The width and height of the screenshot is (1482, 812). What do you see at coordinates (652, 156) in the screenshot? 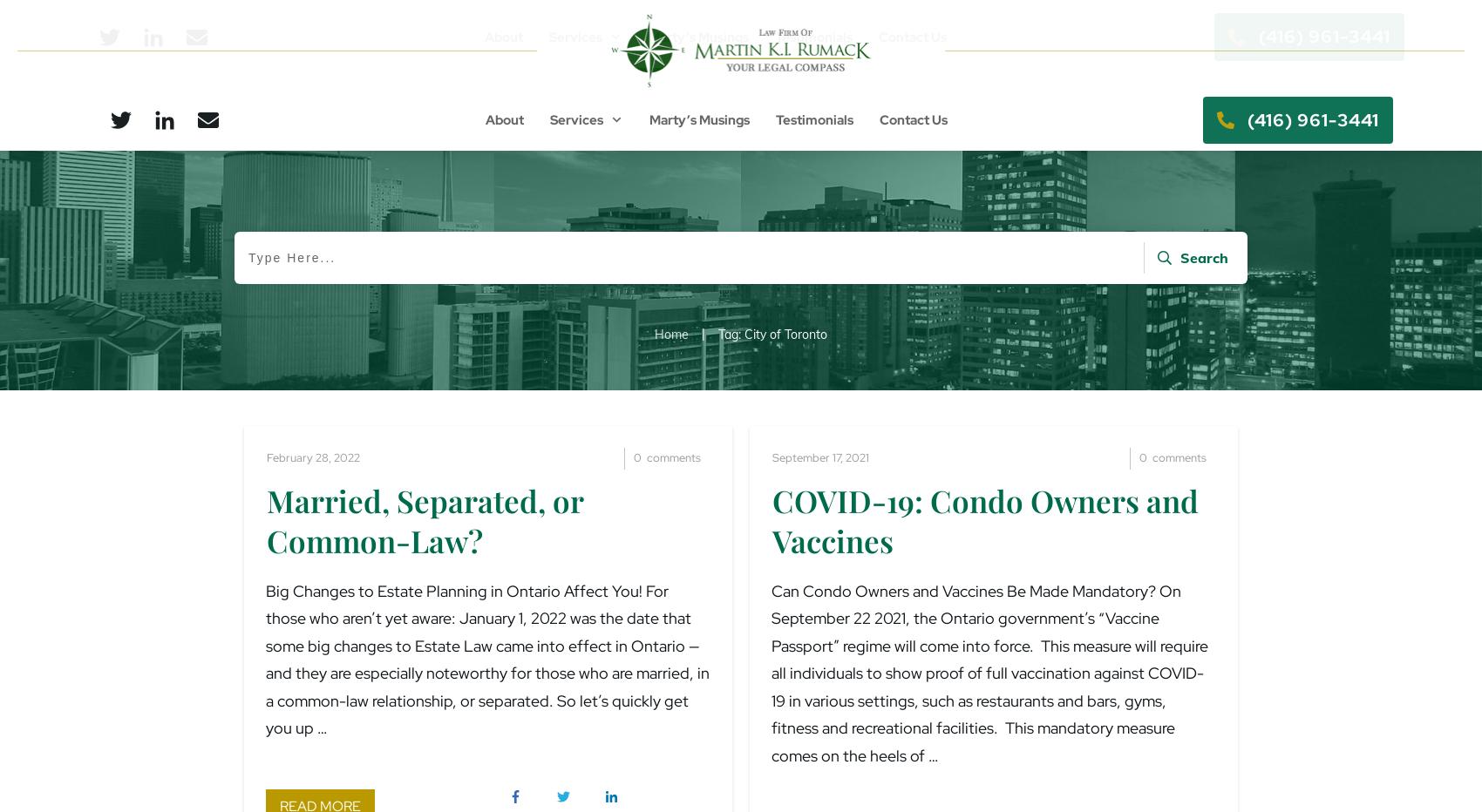
I see `'Real Estate Lawyer'` at bounding box center [652, 156].